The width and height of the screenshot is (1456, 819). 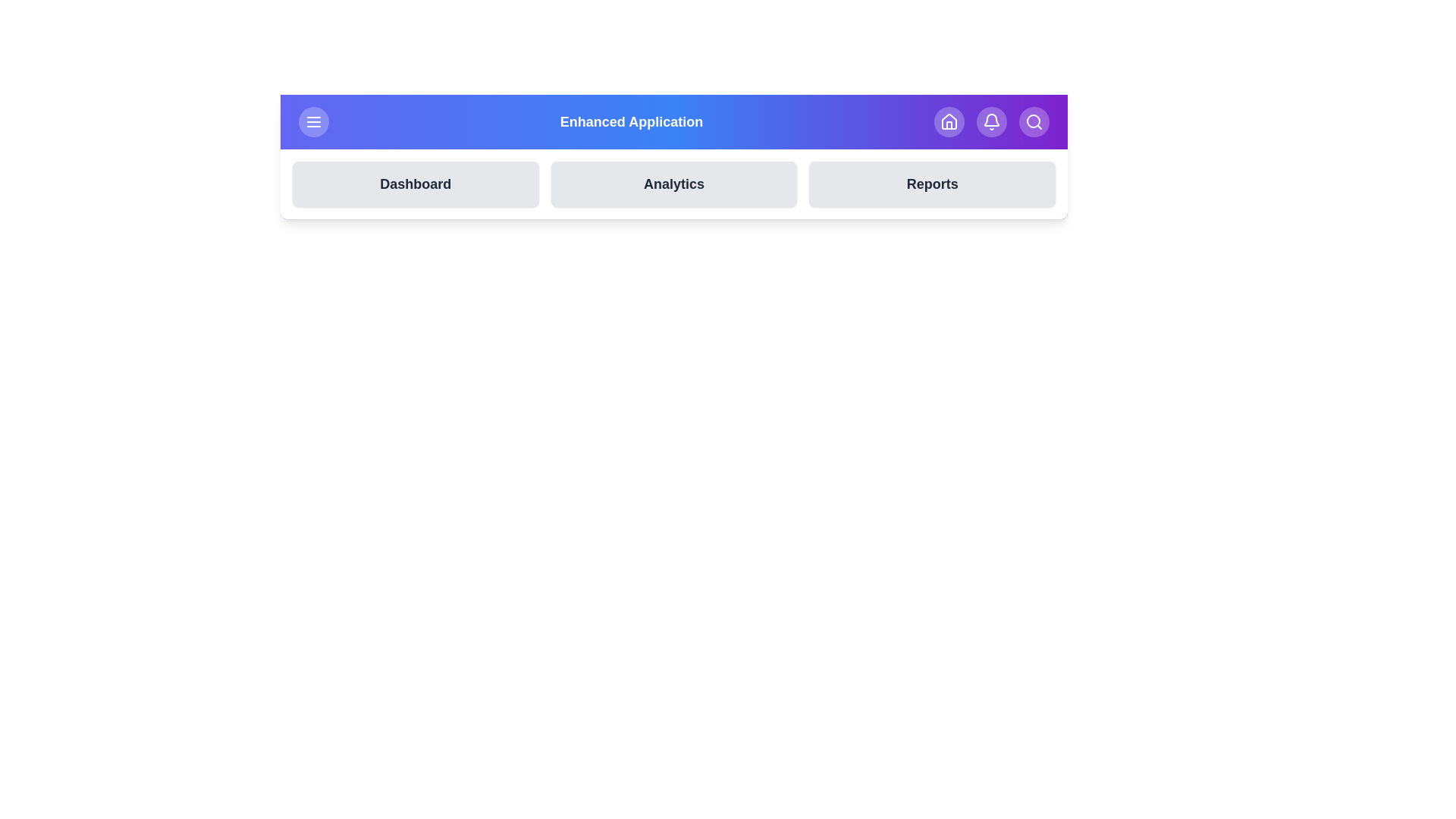 What do you see at coordinates (1033, 121) in the screenshot?
I see `the 'Search' icon button` at bounding box center [1033, 121].